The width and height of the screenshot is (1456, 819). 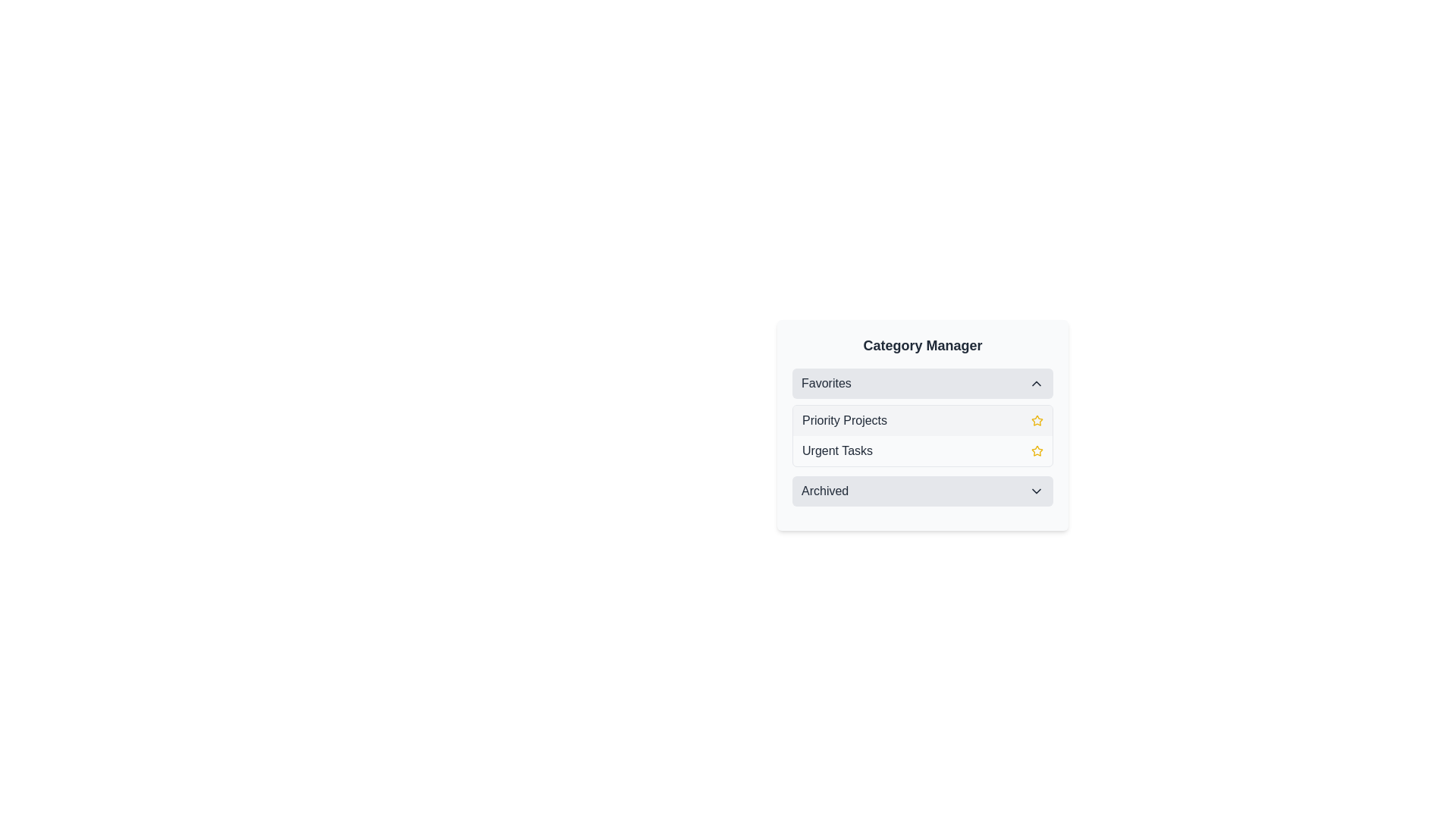 I want to click on the 'Urgent Tasks' list item in the Category Manager, so click(x=922, y=450).